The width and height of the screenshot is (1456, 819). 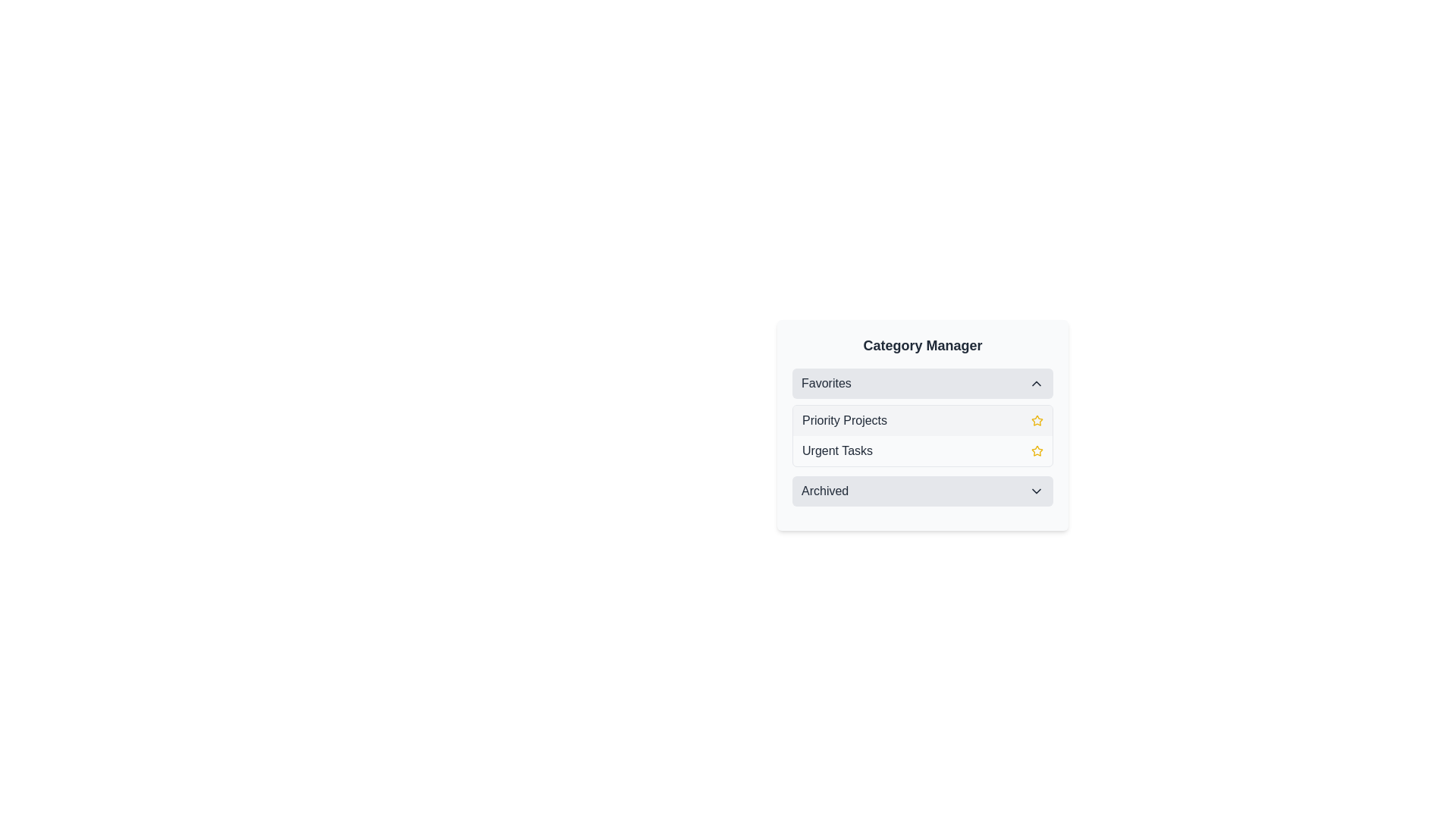 I want to click on the 'Urgent Tasks' list item in the Category Manager, so click(x=922, y=450).